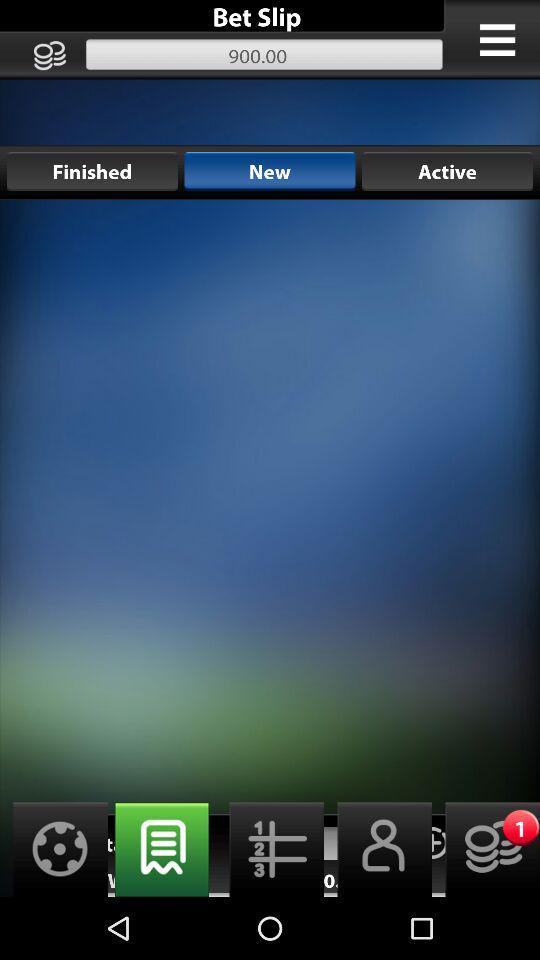 This screenshot has width=540, height=960. I want to click on the list icon, so click(270, 909).